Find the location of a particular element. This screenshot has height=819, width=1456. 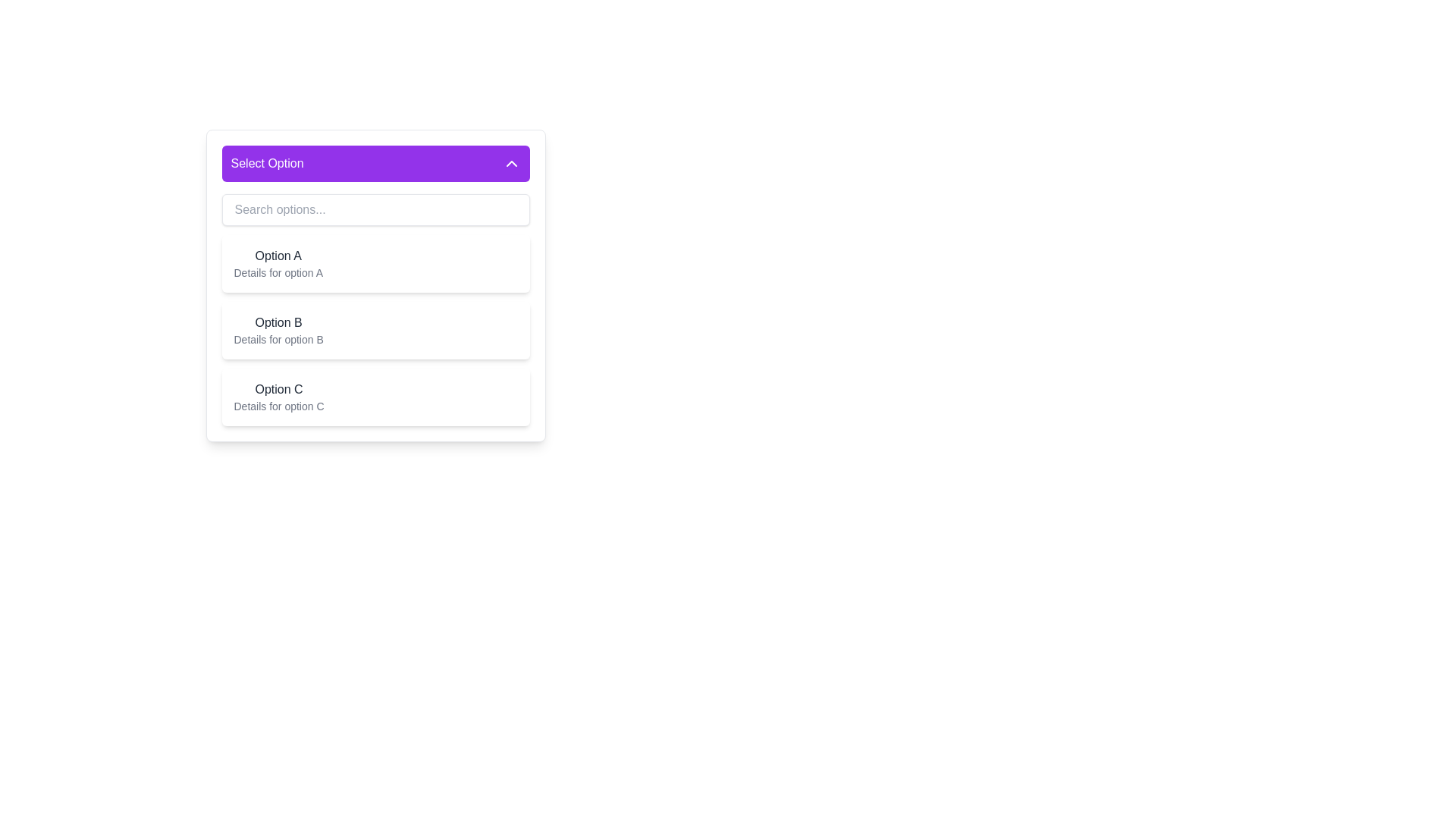

the text label 'Option C' which is part of a selectable option list in a dropdown menu is located at coordinates (279, 388).